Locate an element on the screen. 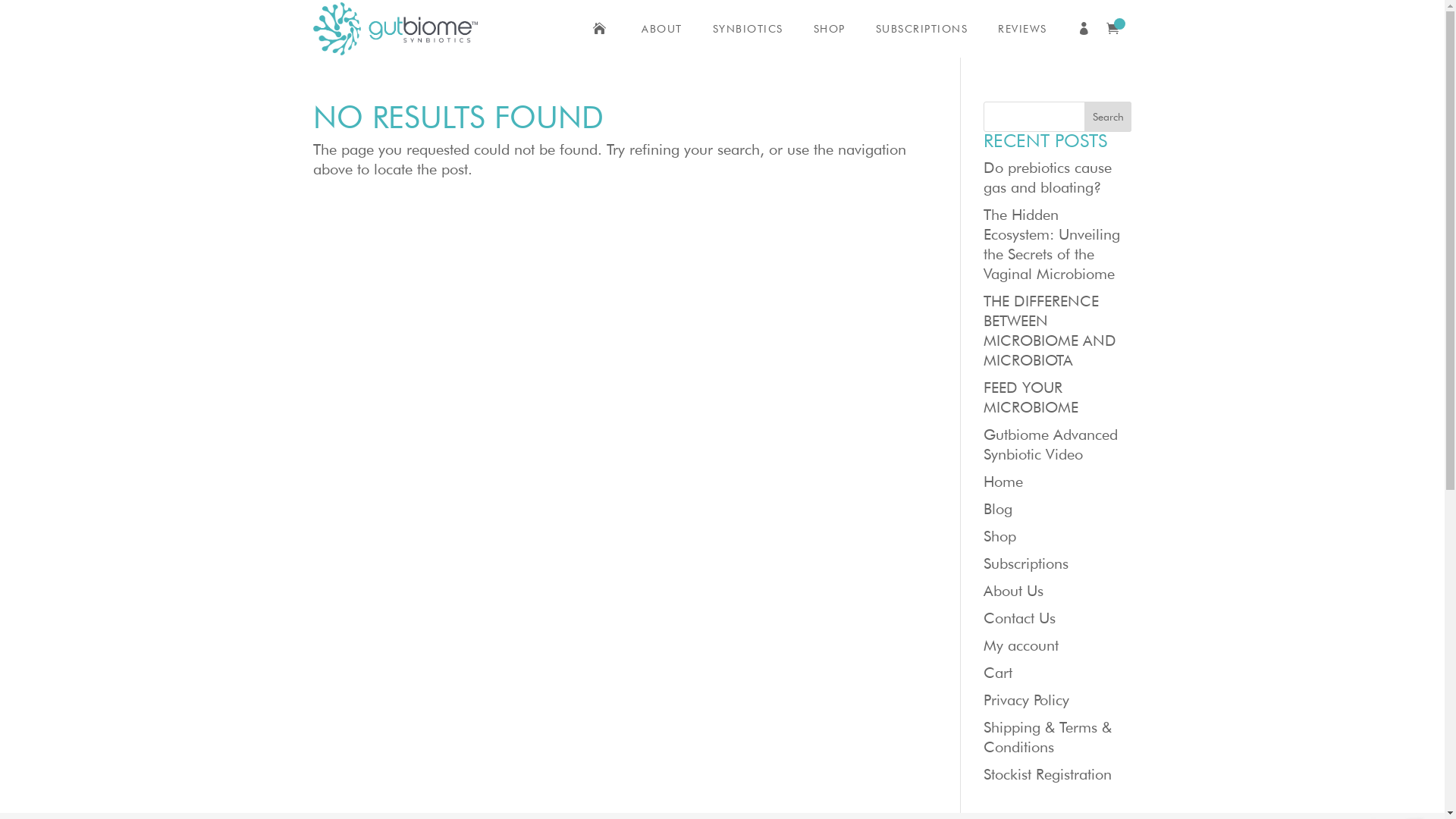  'My account' is located at coordinates (1021, 645).